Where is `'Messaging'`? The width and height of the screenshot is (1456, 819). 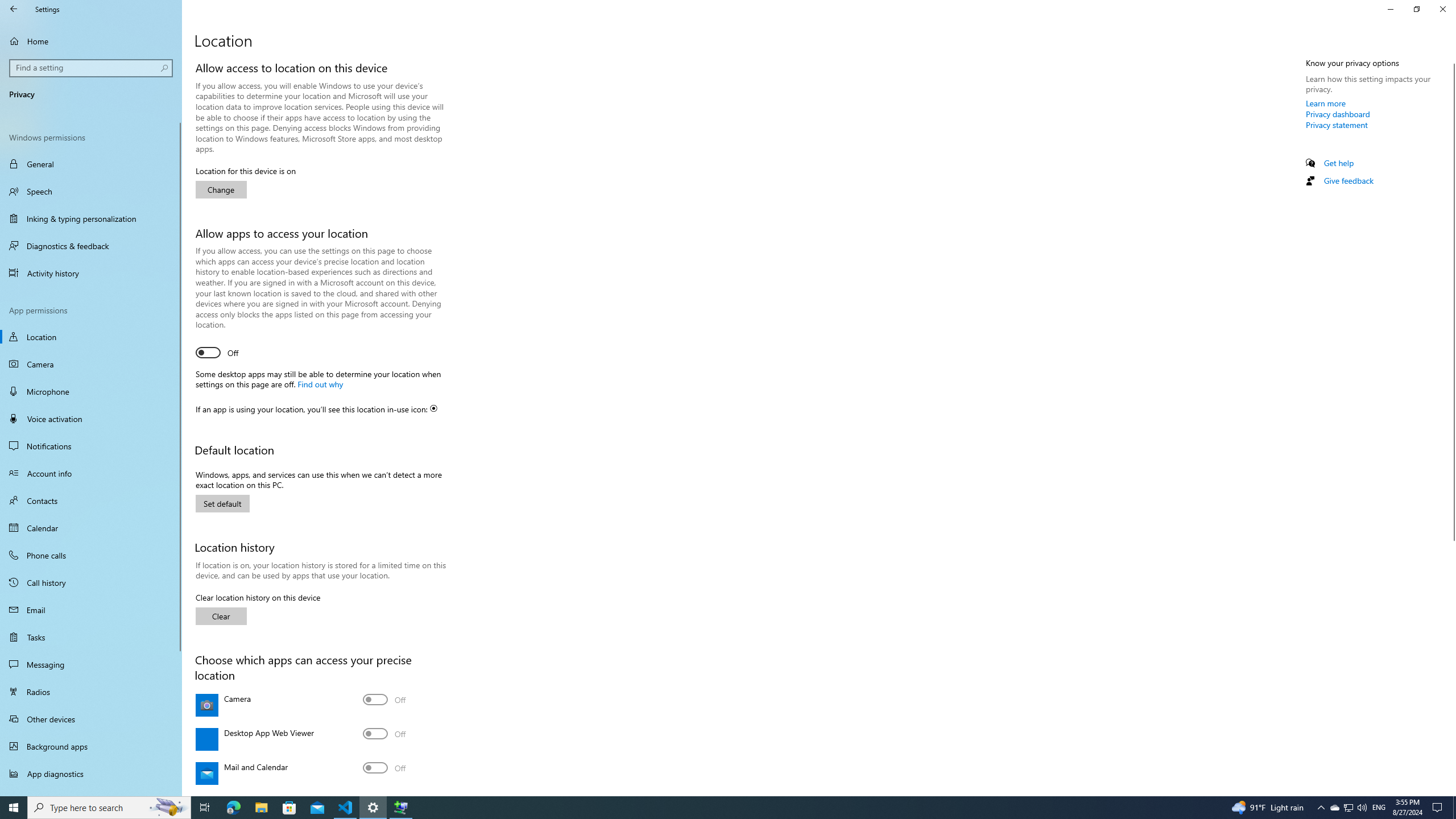
'Messaging' is located at coordinates (90, 664).